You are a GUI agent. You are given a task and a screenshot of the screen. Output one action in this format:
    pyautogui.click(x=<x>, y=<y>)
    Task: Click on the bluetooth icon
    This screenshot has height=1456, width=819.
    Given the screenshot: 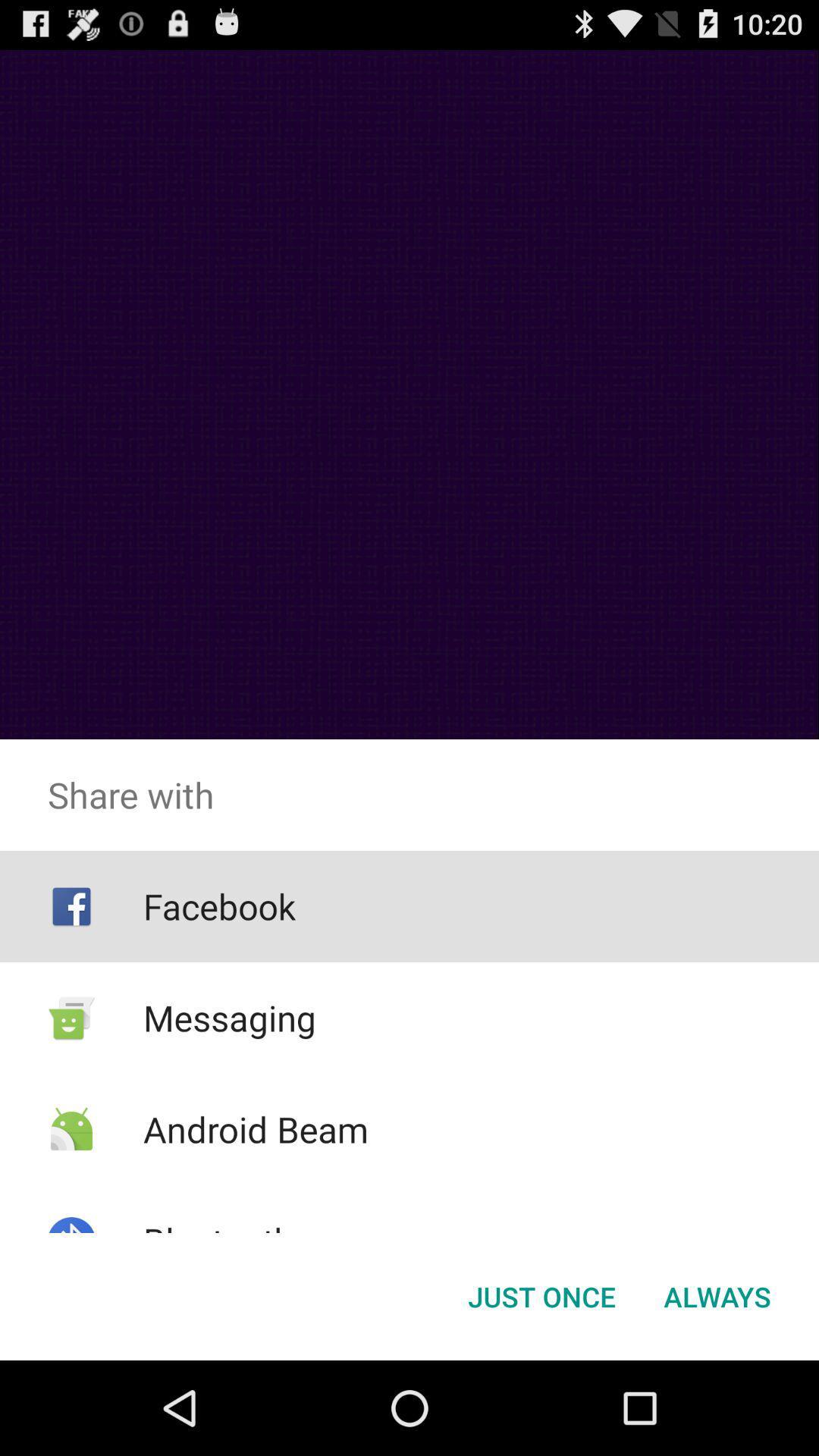 What is the action you would take?
    pyautogui.click(x=218, y=1241)
    